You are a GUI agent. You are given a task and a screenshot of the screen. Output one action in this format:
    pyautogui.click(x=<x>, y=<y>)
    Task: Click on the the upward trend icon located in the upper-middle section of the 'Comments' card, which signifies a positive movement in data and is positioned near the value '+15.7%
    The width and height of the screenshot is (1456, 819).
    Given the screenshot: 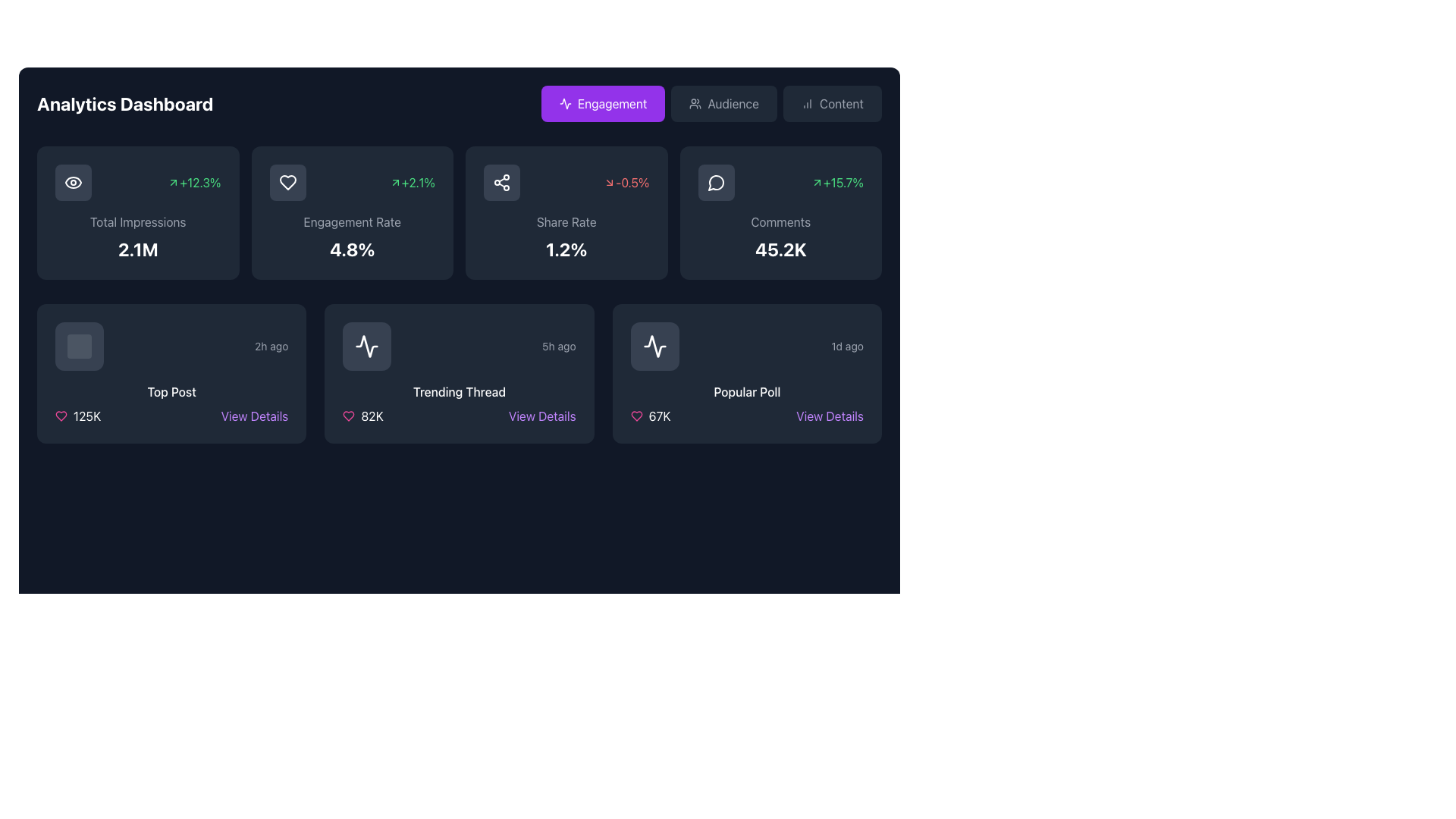 What is the action you would take?
    pyautogui.click(x=816, y=181)
    